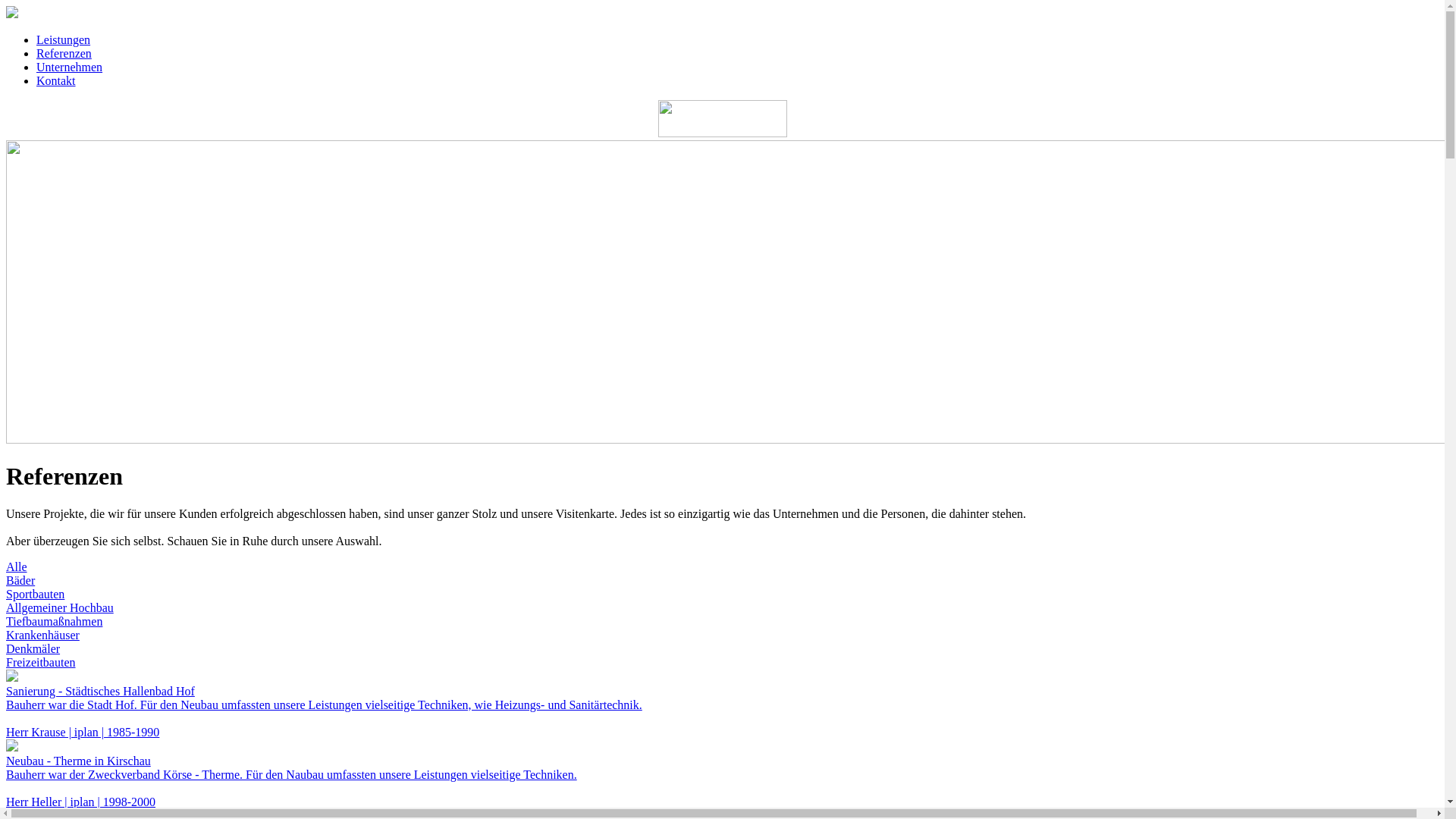 This screenshot has height=819, width=1456. I want to click on 'Sportbauten', so click(35, 593).